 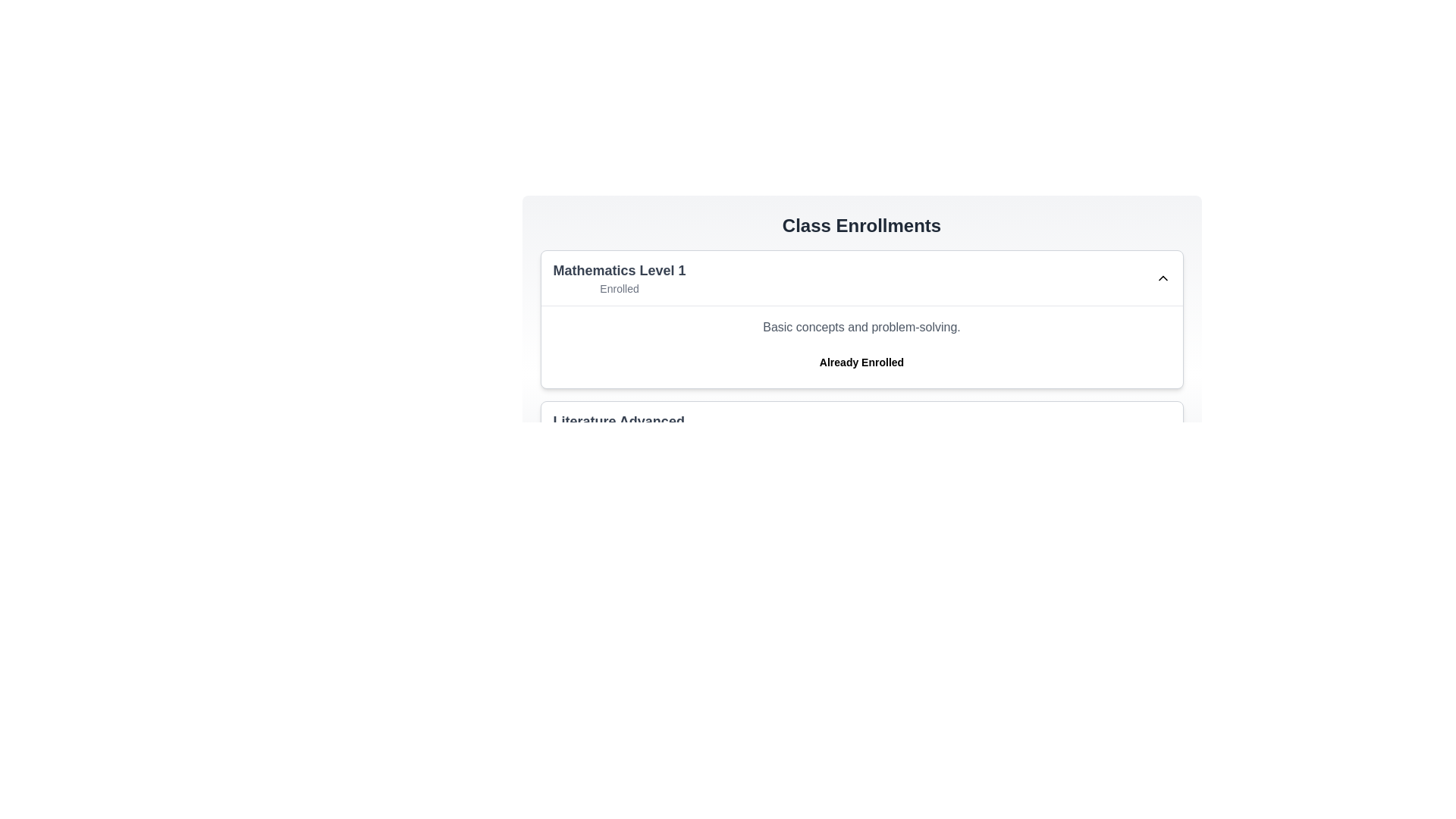 What do you see at coordinates (619, 421) in the screenshot?
I see `non-interactive text label 'Literature Advanced' which is prominently displayed in a bold font at the lower part of the interface` at bounding box center [619, 421].